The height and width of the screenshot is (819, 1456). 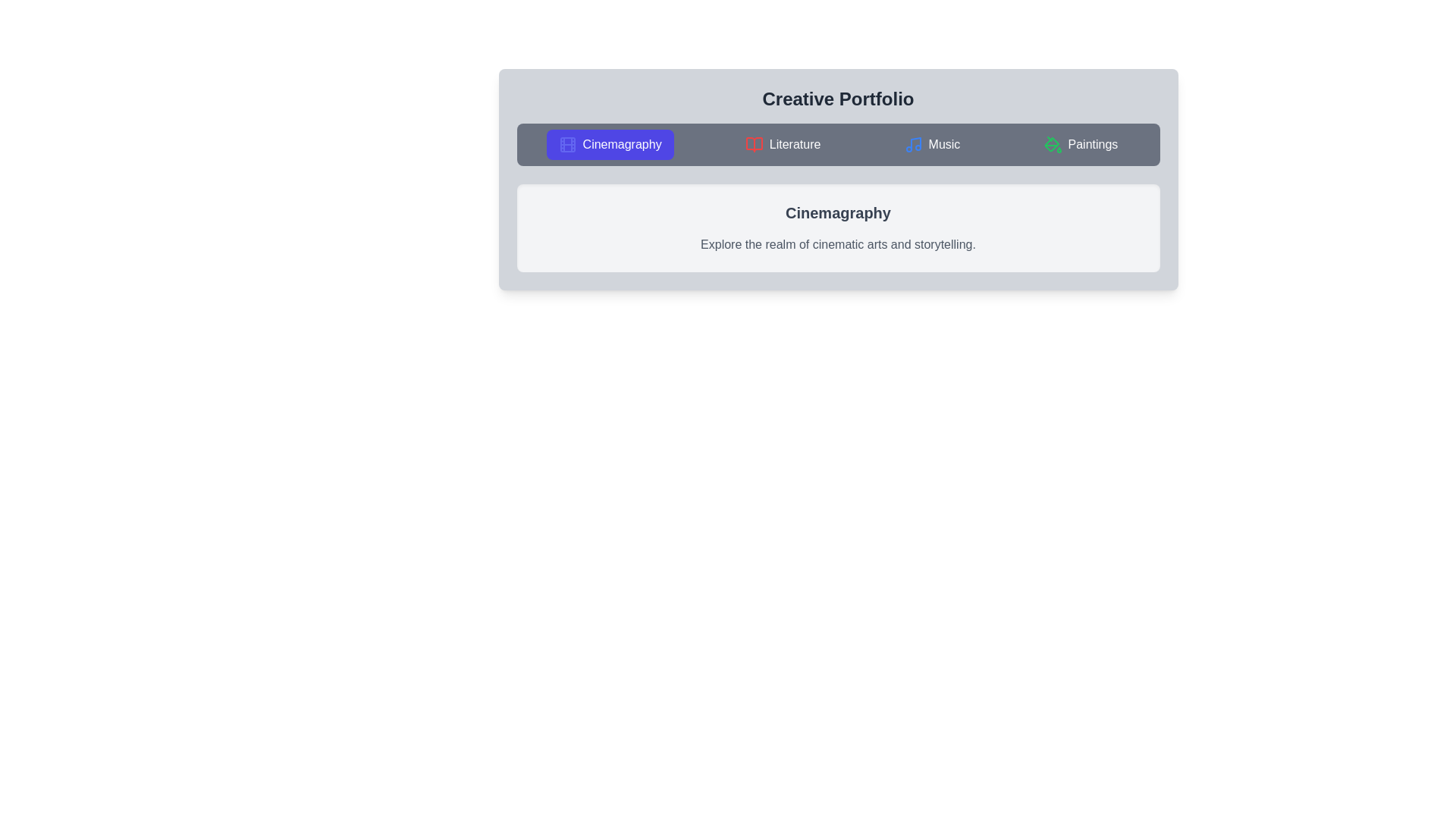 I want to click on the tab labeled Music to activate it, so click(x=931, y=145).